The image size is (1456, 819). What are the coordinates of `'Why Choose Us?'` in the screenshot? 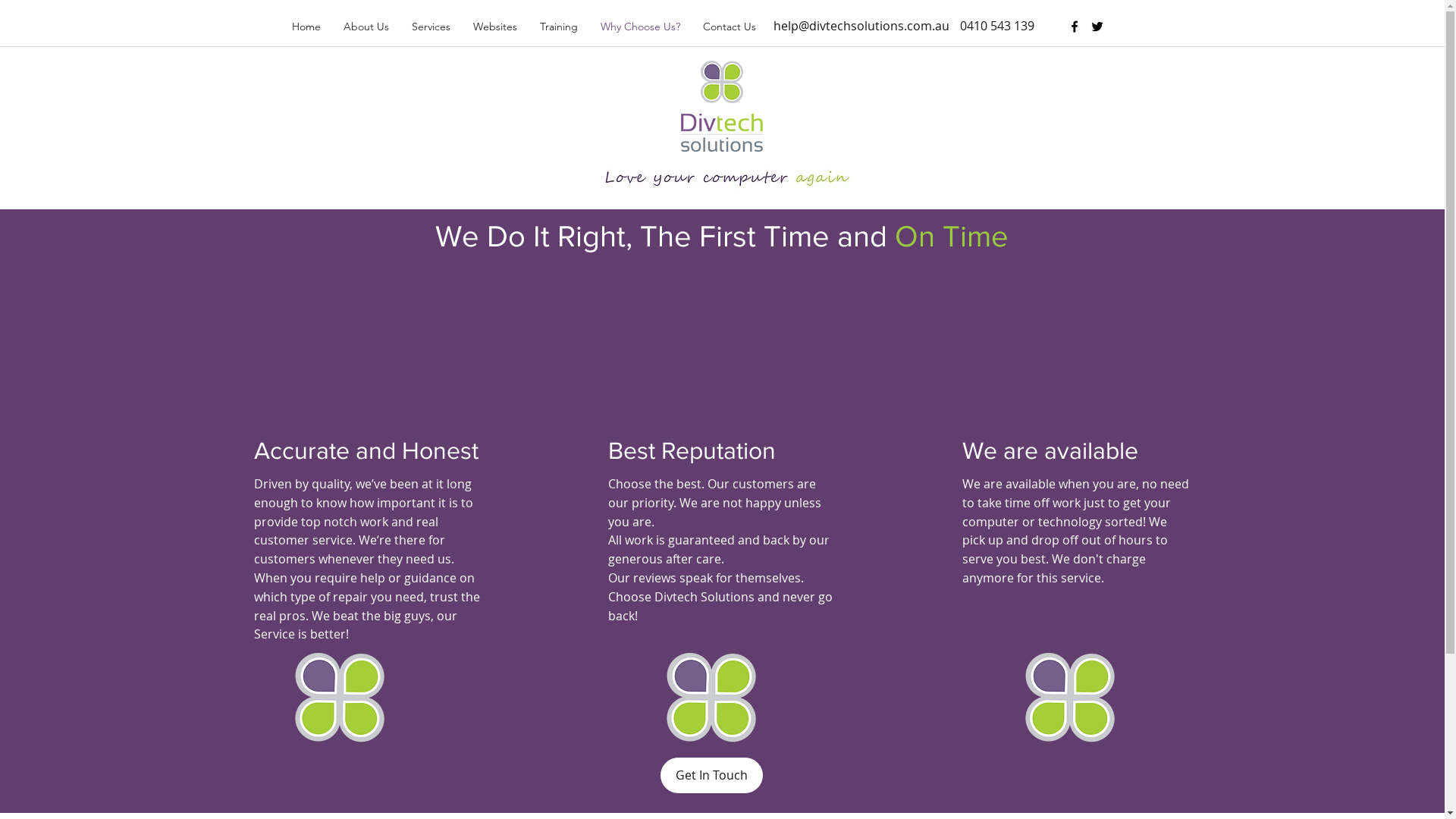 It's located at (639, 26).